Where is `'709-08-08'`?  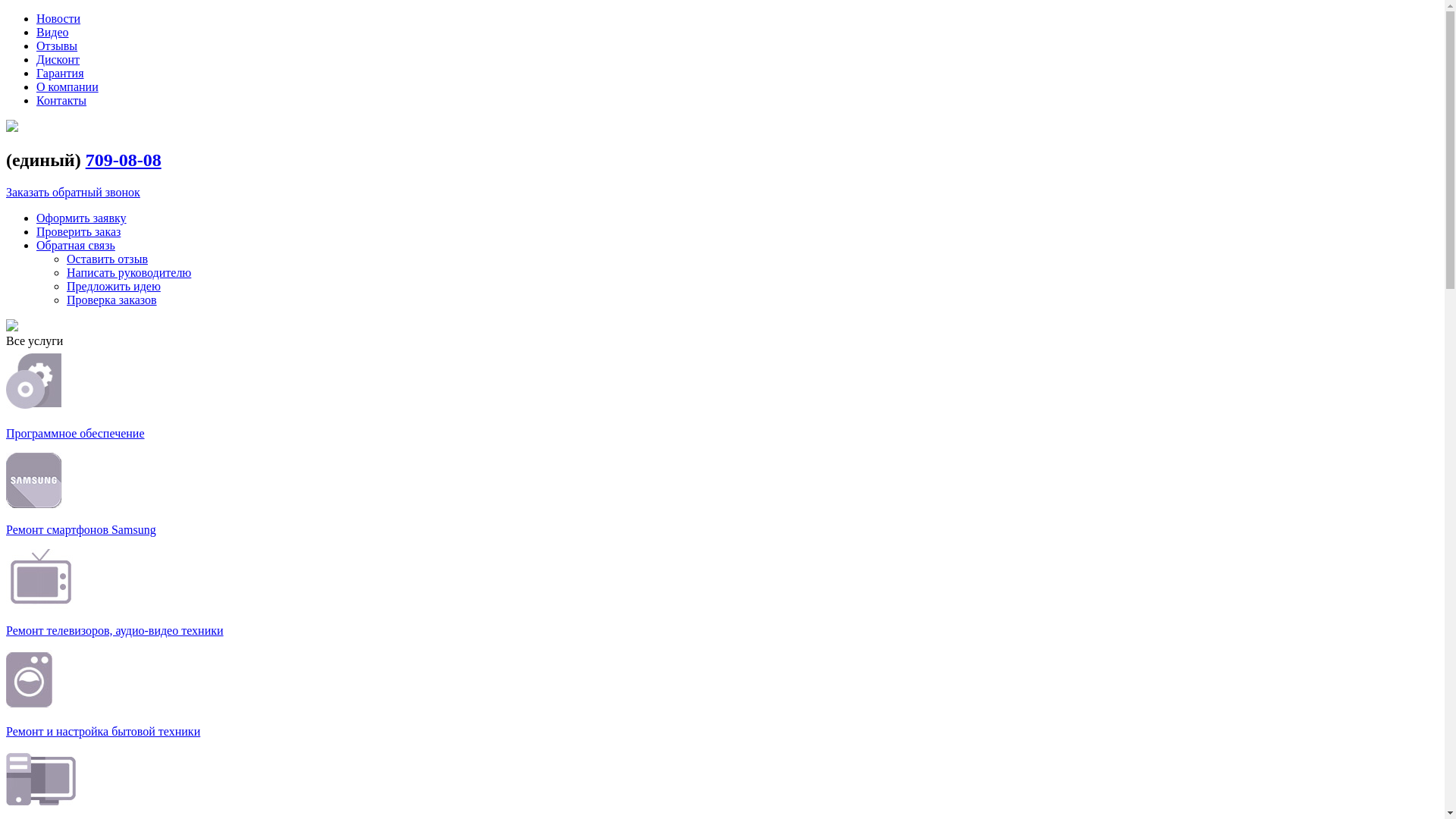
'709-08-08' is located at coordinates (124, 160).